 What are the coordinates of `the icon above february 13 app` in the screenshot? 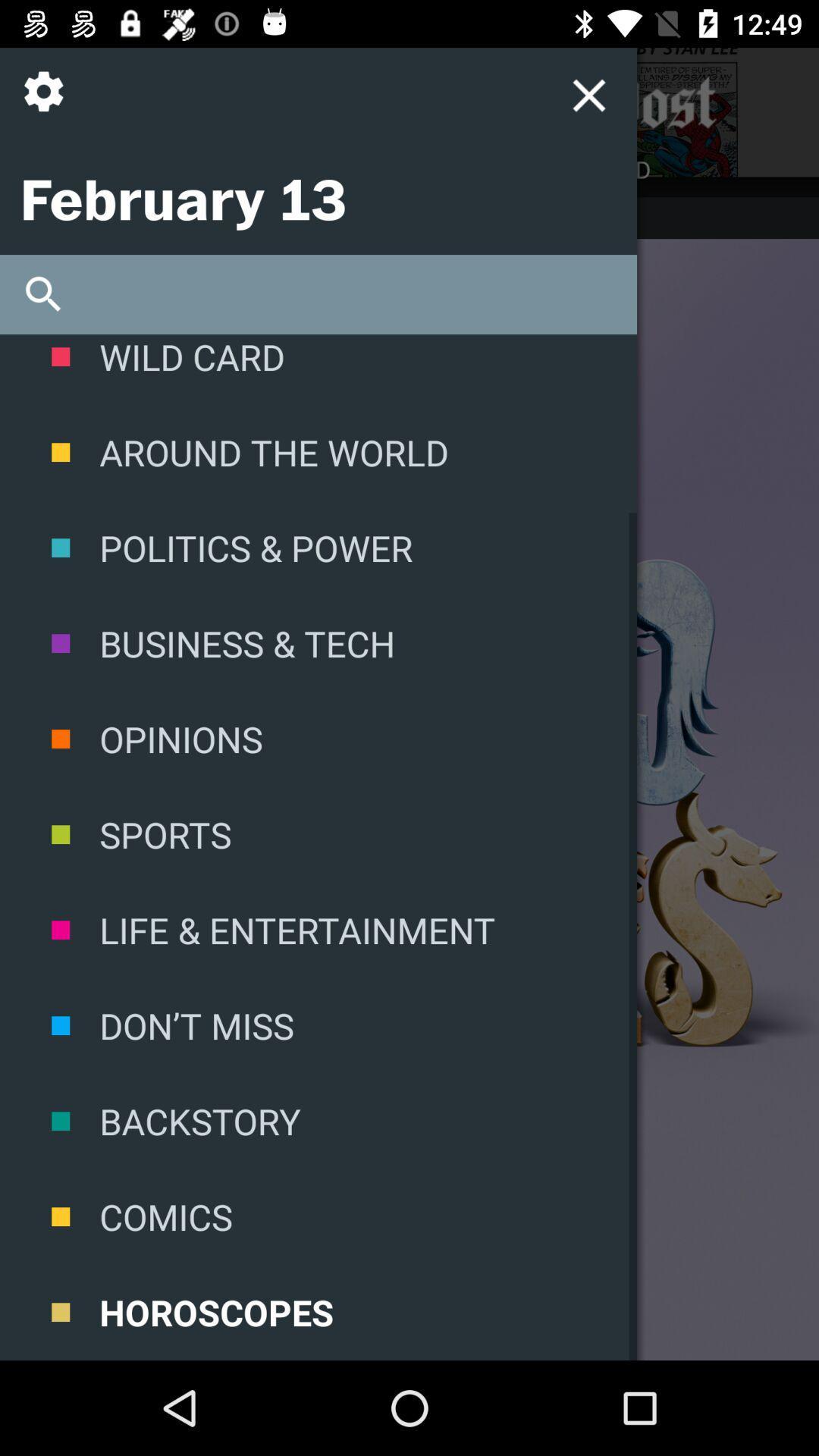 It's located at (49, 102).